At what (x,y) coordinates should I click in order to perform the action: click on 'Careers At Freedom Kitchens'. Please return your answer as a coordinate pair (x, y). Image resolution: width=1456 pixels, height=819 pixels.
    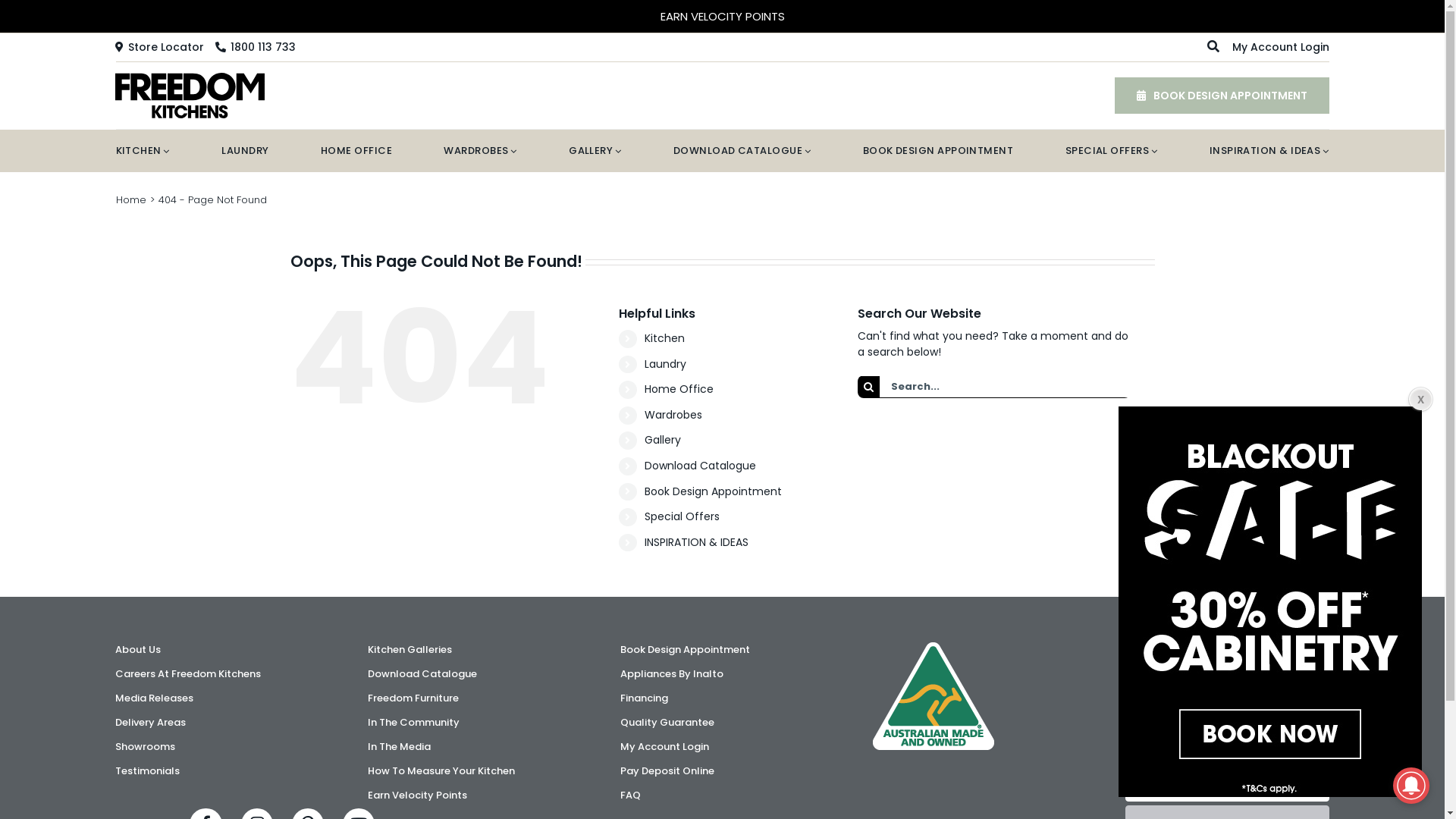
    Looking at the image, I should click on (216, 673).